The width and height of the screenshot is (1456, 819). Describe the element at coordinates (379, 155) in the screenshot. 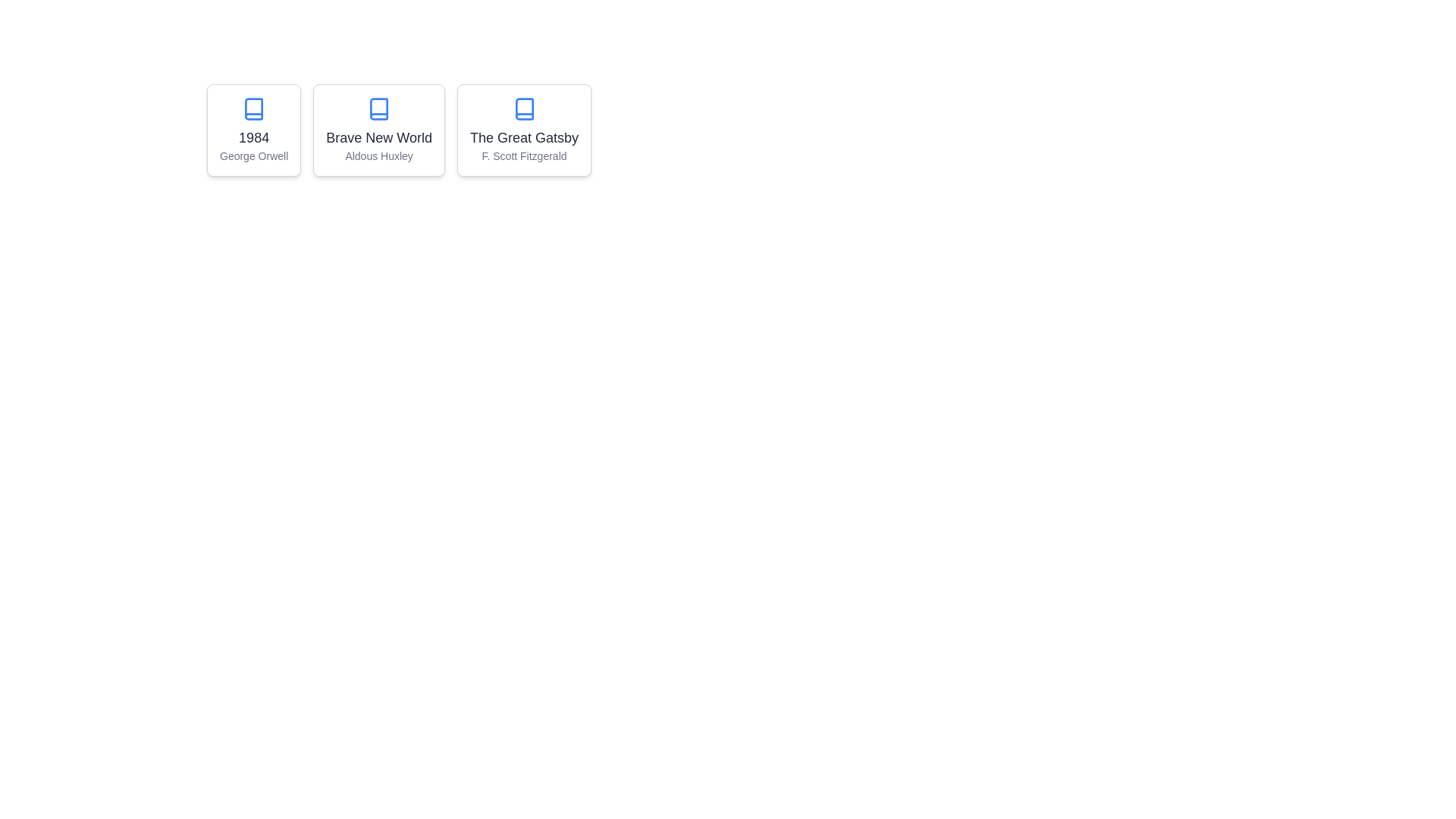

I see `the text label displaying 'Aldous Huxley', which is positioned below 'Brave New World' in the second card of a three-card layout` at that location.